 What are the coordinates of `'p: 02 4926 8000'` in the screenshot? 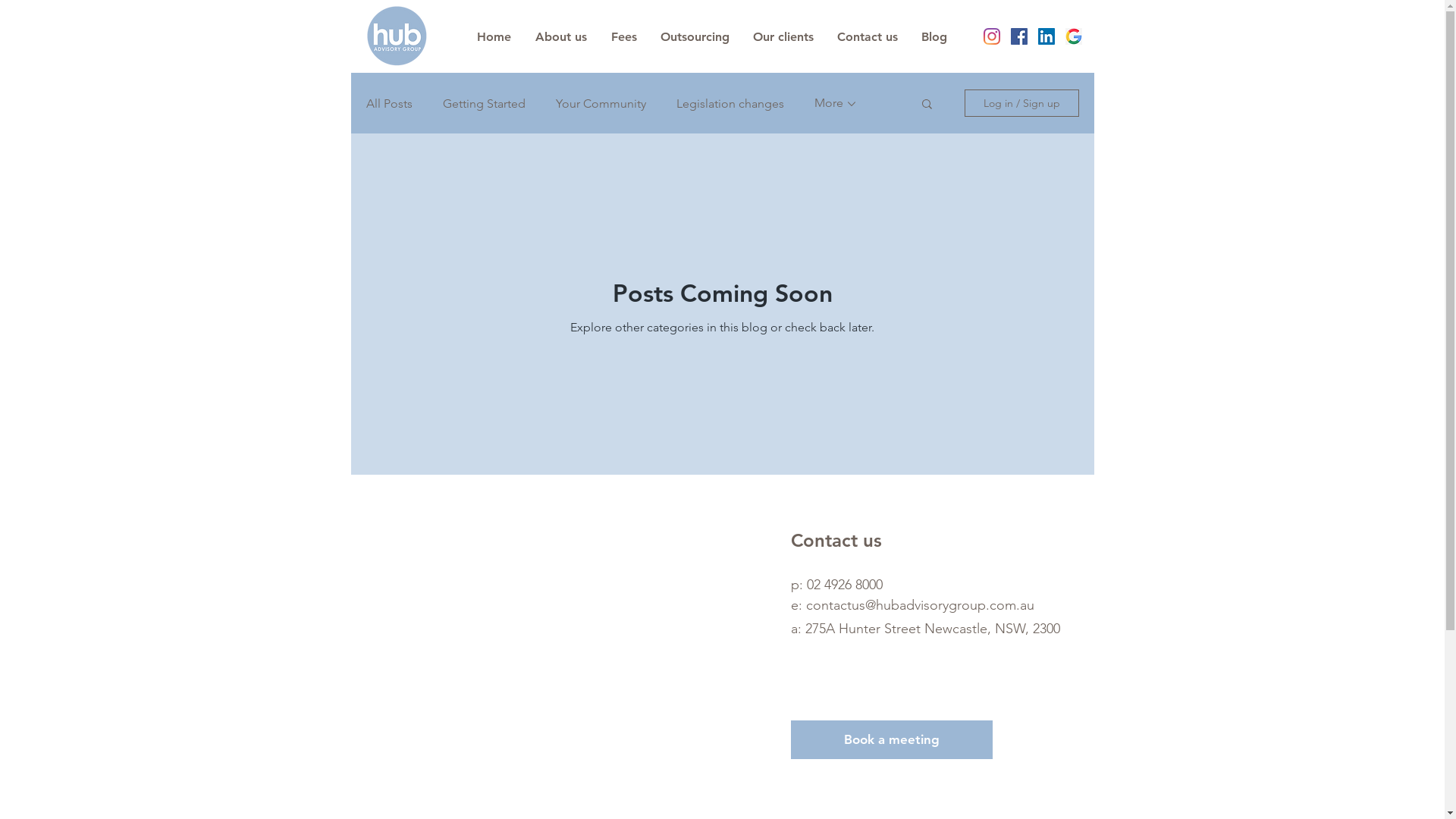 It's located at (835, 584).